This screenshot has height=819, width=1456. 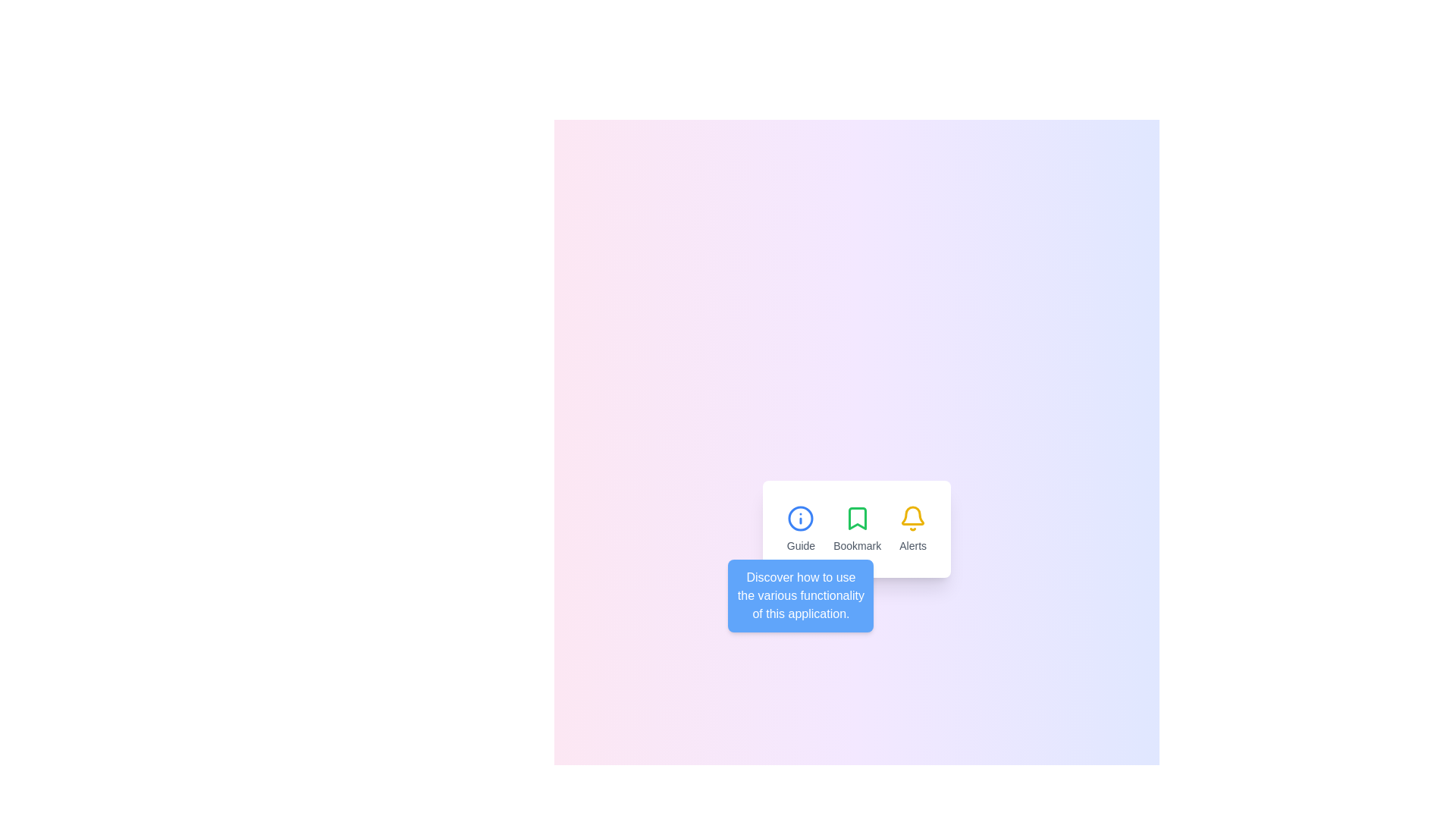 What do you see at coordinates (800, 517) in the screenshot?
I see `the interactive icon button located within the card that contains 'Guide' text, positioned centrally in the interface` at bounding box center [800, 517].